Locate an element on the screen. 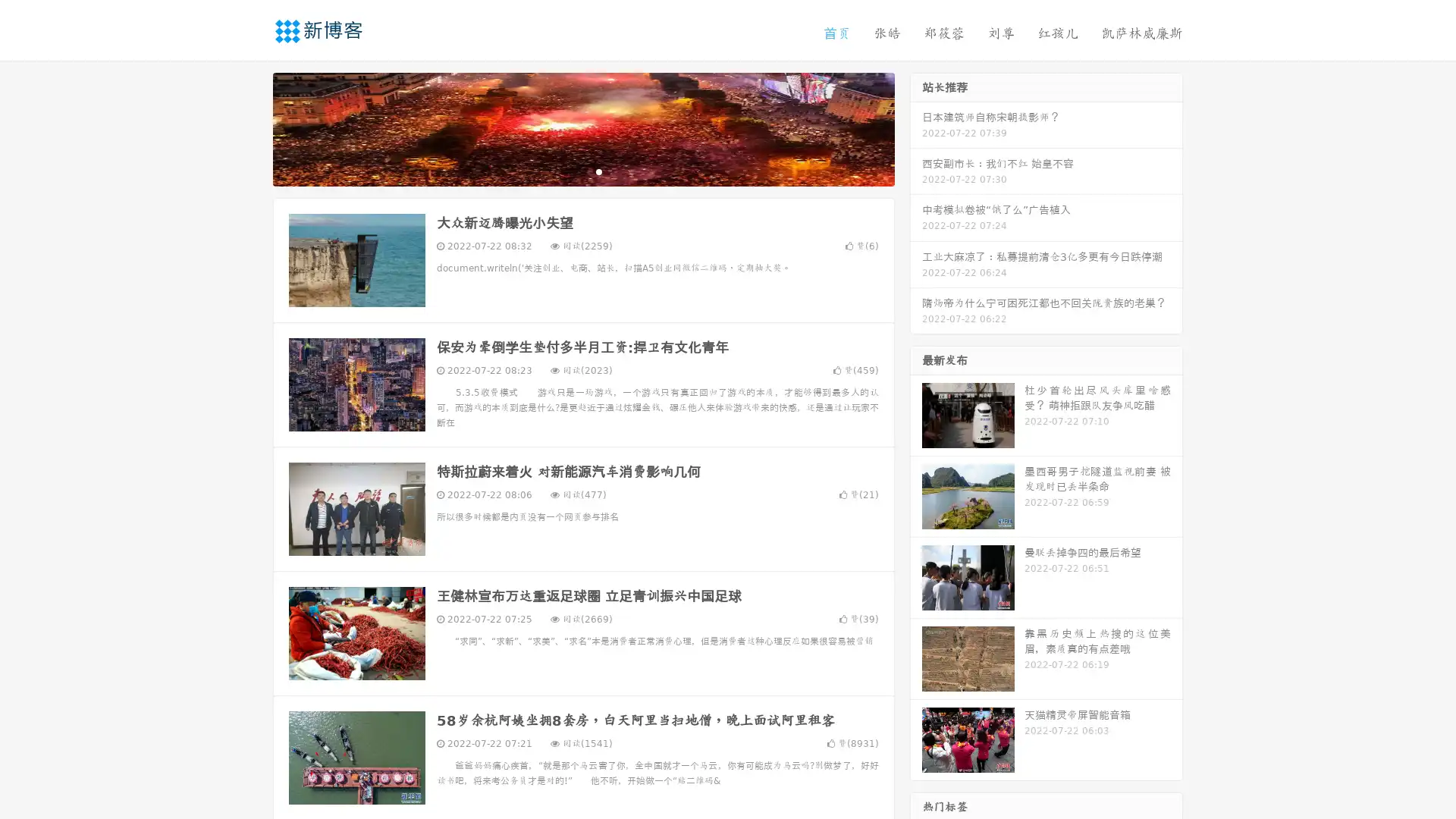  Next slide is located at coordinates (916, 127).